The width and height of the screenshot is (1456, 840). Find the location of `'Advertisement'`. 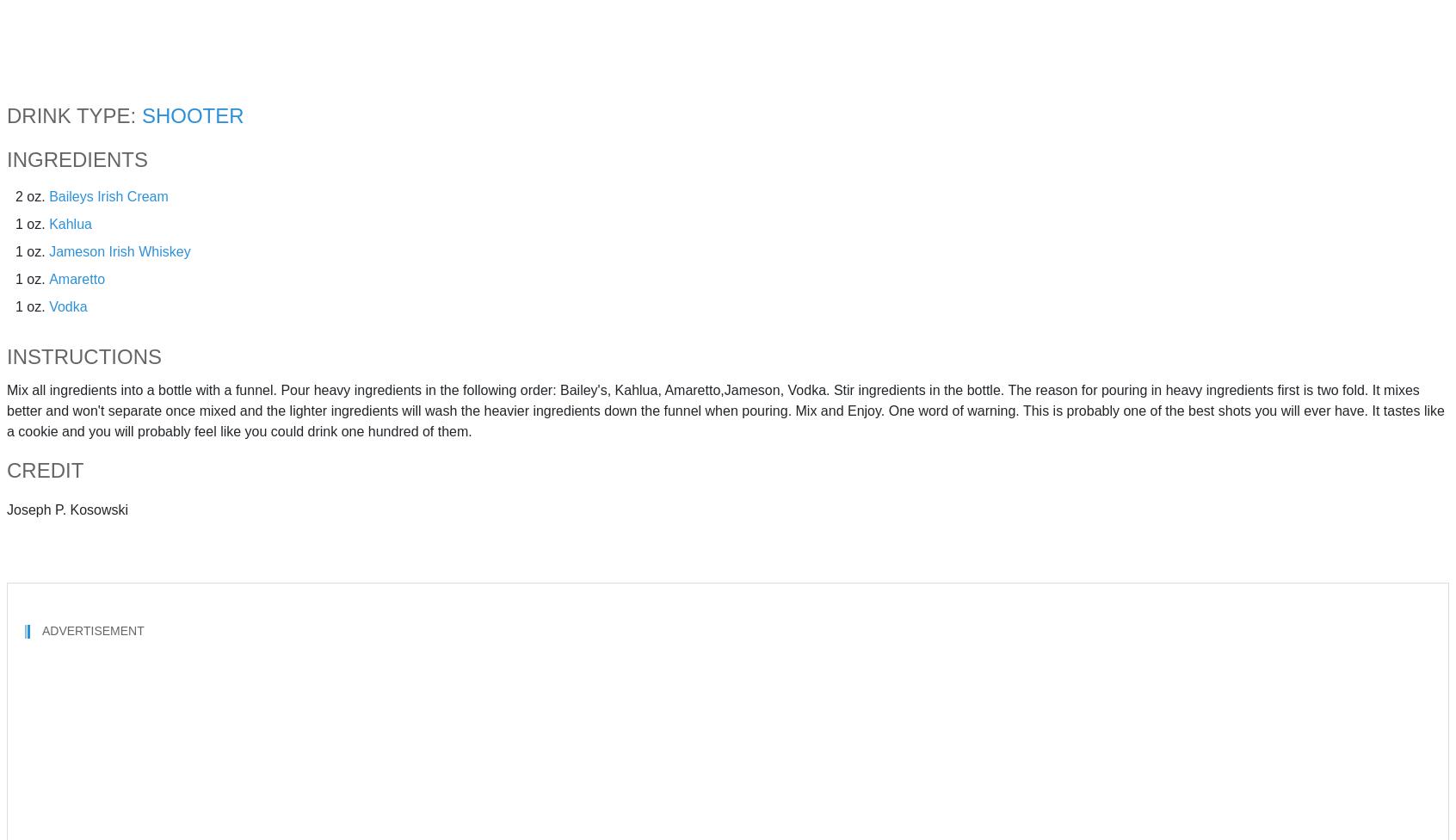

'Advertisement' is located at coordinates (92, 630).